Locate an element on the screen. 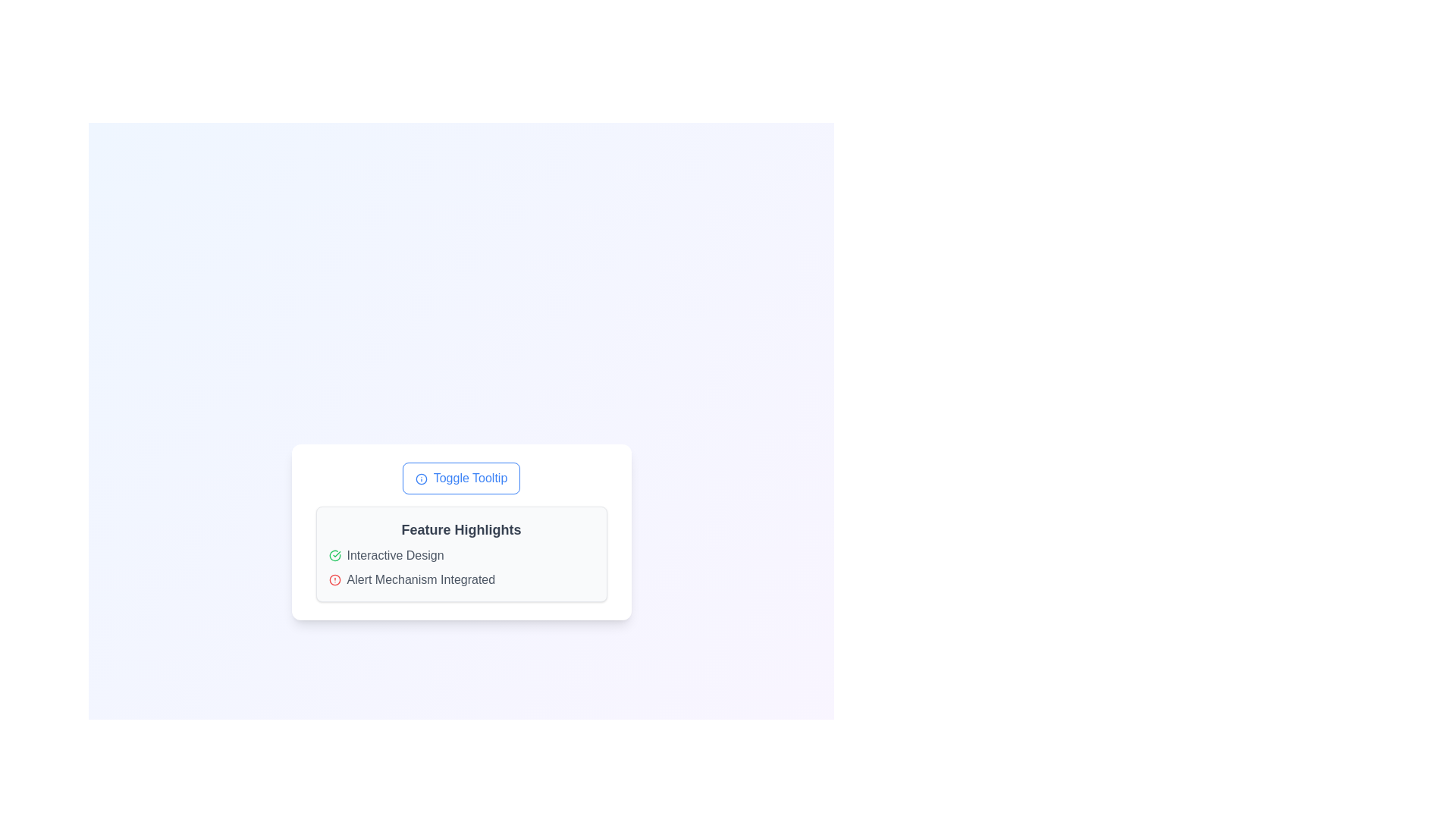 The image size is (1456, 819). the status of the success indicator located to the left of the 'Interactive Design' label is located at coordinates (334, 555).